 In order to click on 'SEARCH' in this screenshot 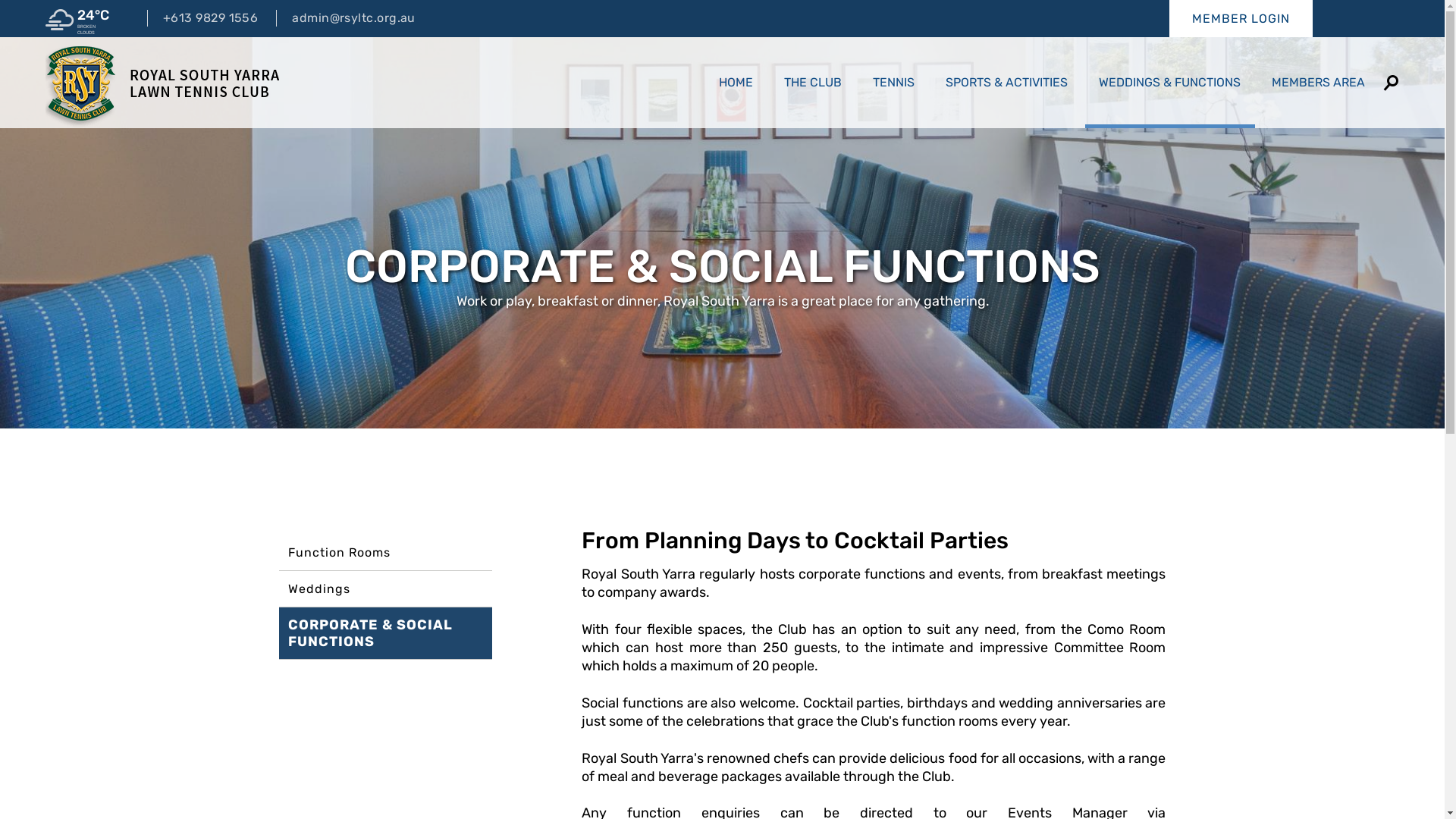, I will do `click(1390, 83)`.